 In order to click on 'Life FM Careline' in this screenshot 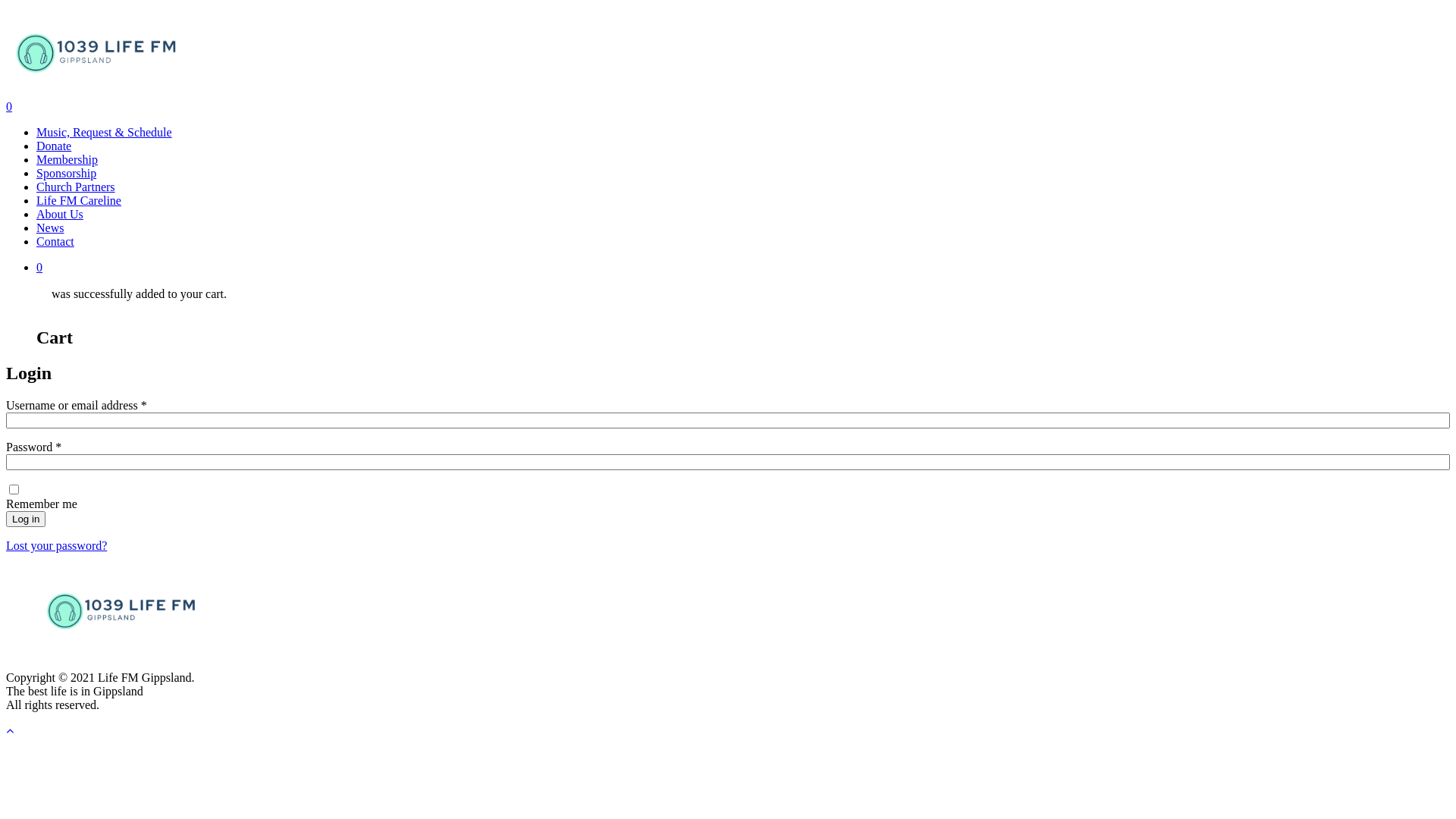, I will do `click(36, 199)`.